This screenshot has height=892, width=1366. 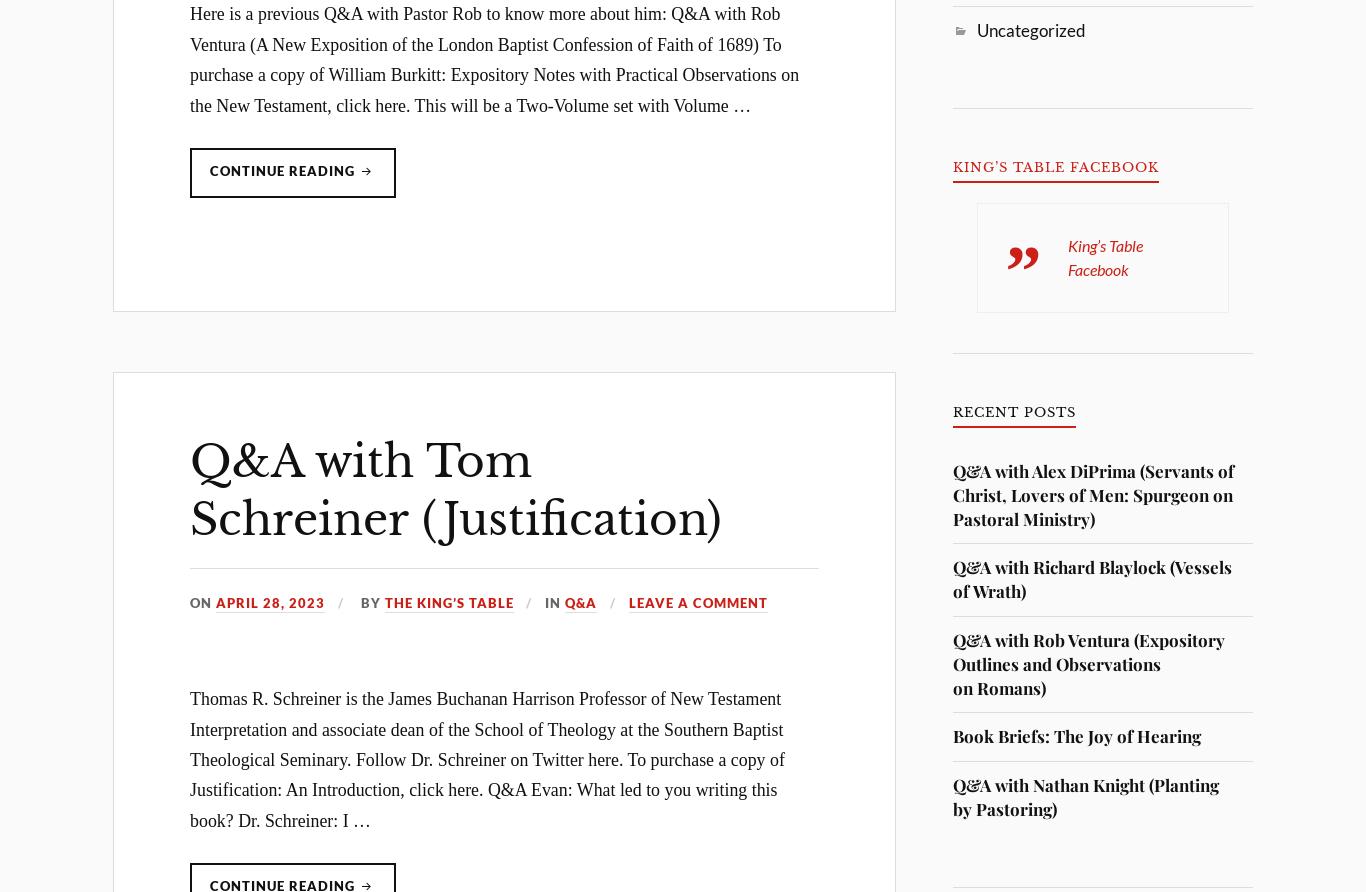 What do you see at coordinates (579, 601) in the screenshot?
I see `'Q&A'` at bounding box center [579, 601].